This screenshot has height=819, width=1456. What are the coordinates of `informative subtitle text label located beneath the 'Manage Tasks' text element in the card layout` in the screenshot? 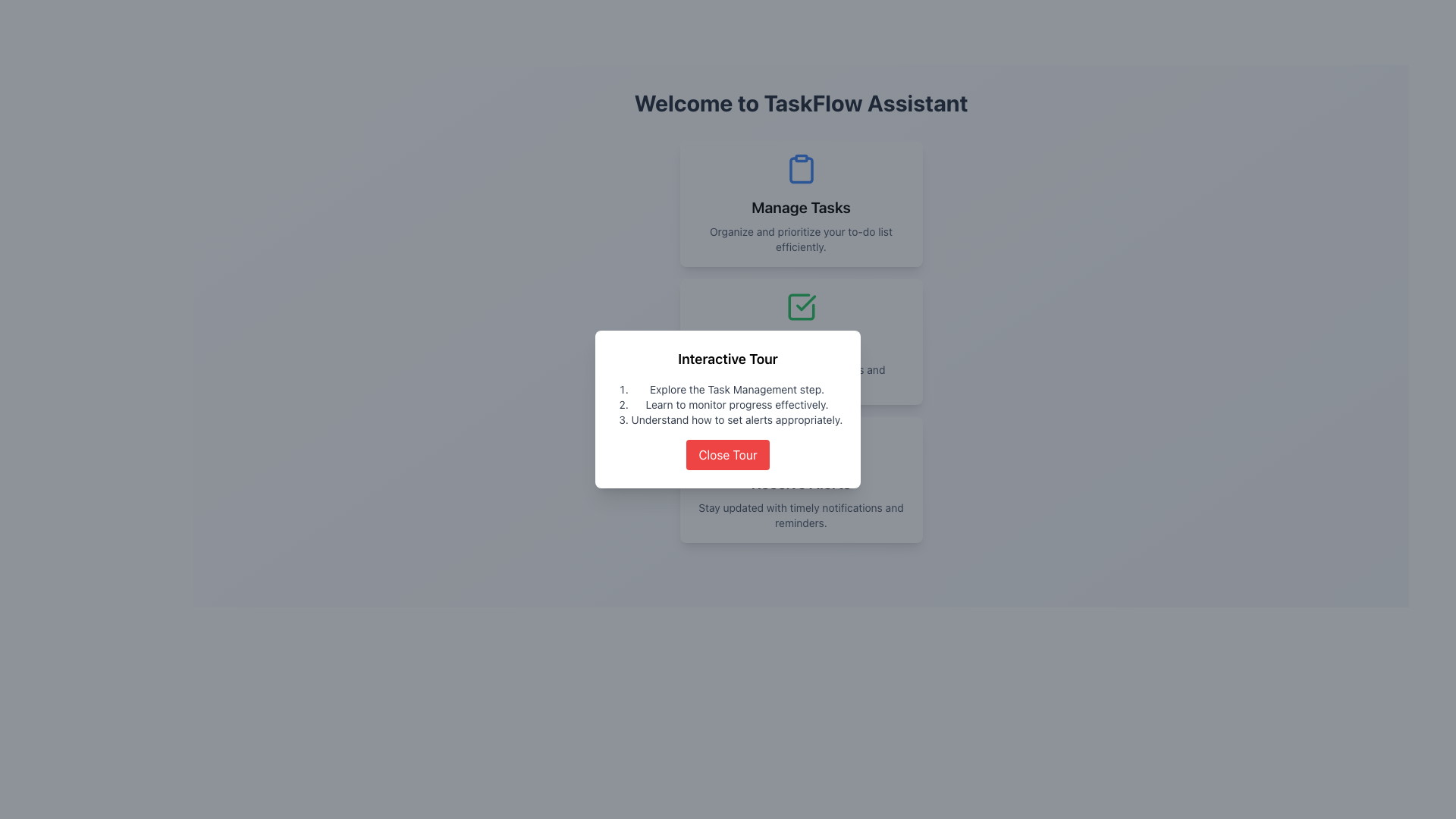 It's located at (800, 239).